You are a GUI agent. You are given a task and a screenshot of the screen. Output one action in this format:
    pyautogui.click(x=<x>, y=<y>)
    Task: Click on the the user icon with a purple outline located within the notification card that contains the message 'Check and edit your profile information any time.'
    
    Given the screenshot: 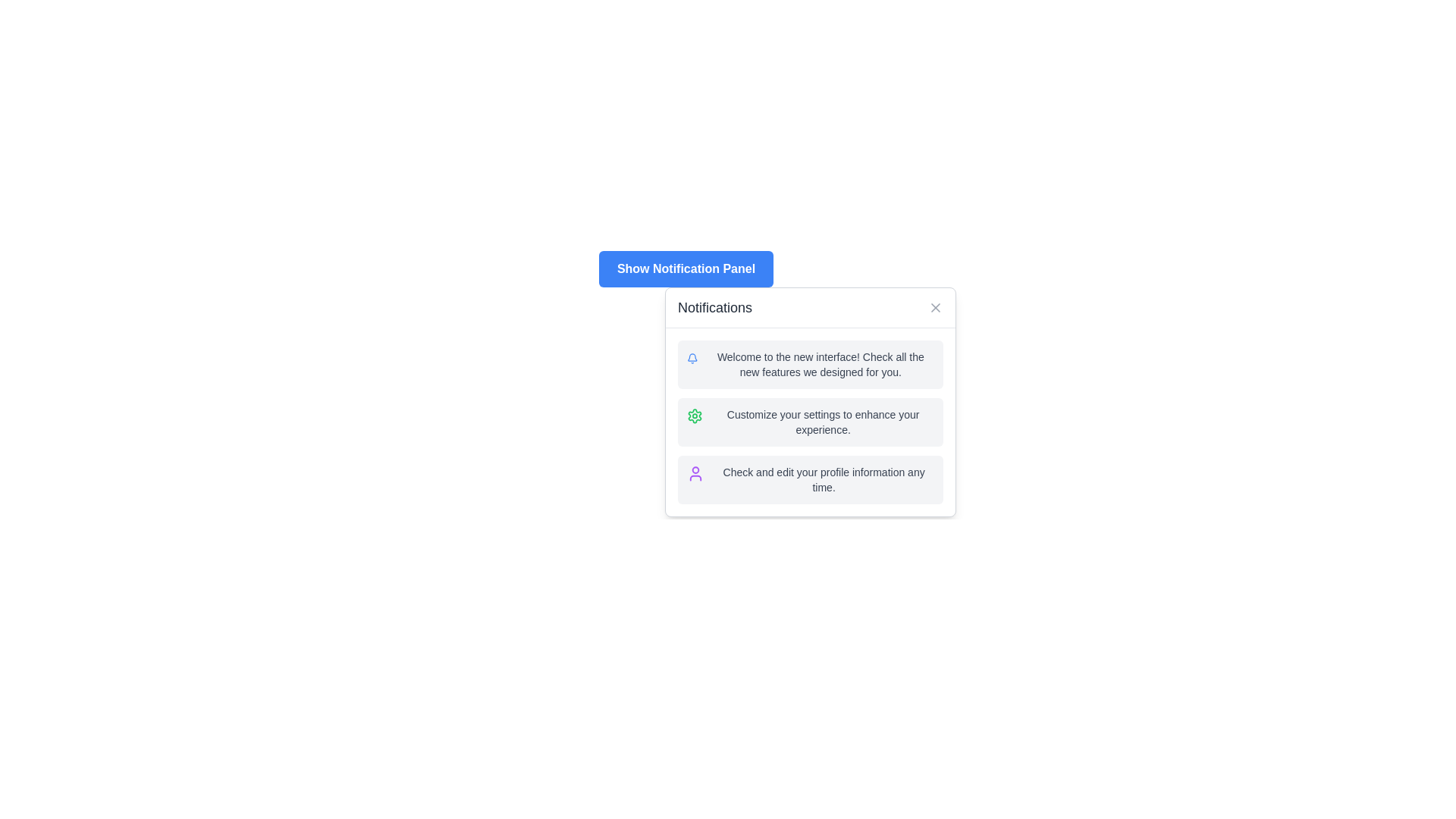 What is the action you would take?
    pyautogui.click(x=695, y=472)
    